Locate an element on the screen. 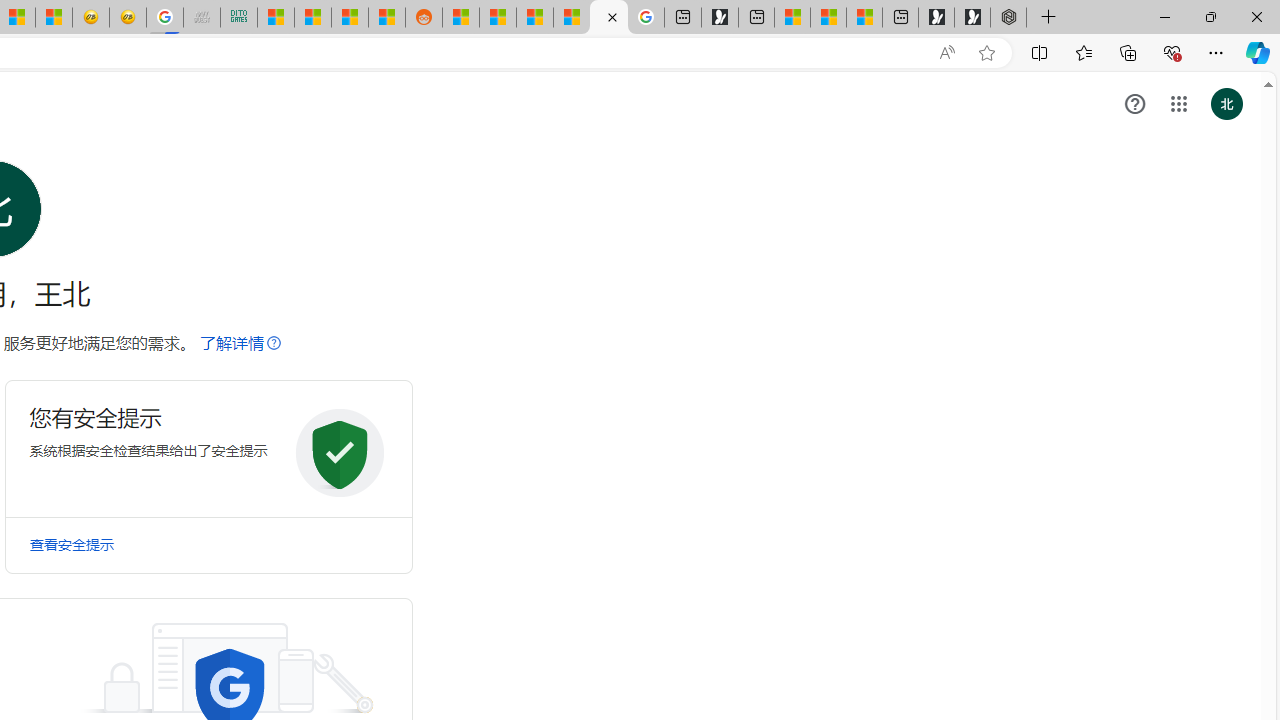 The height and width of the screenshot is (720, 1280). 'These 3 Stocks Pay You More Than 5% to Own Them' is located at coordinates (864, 17).